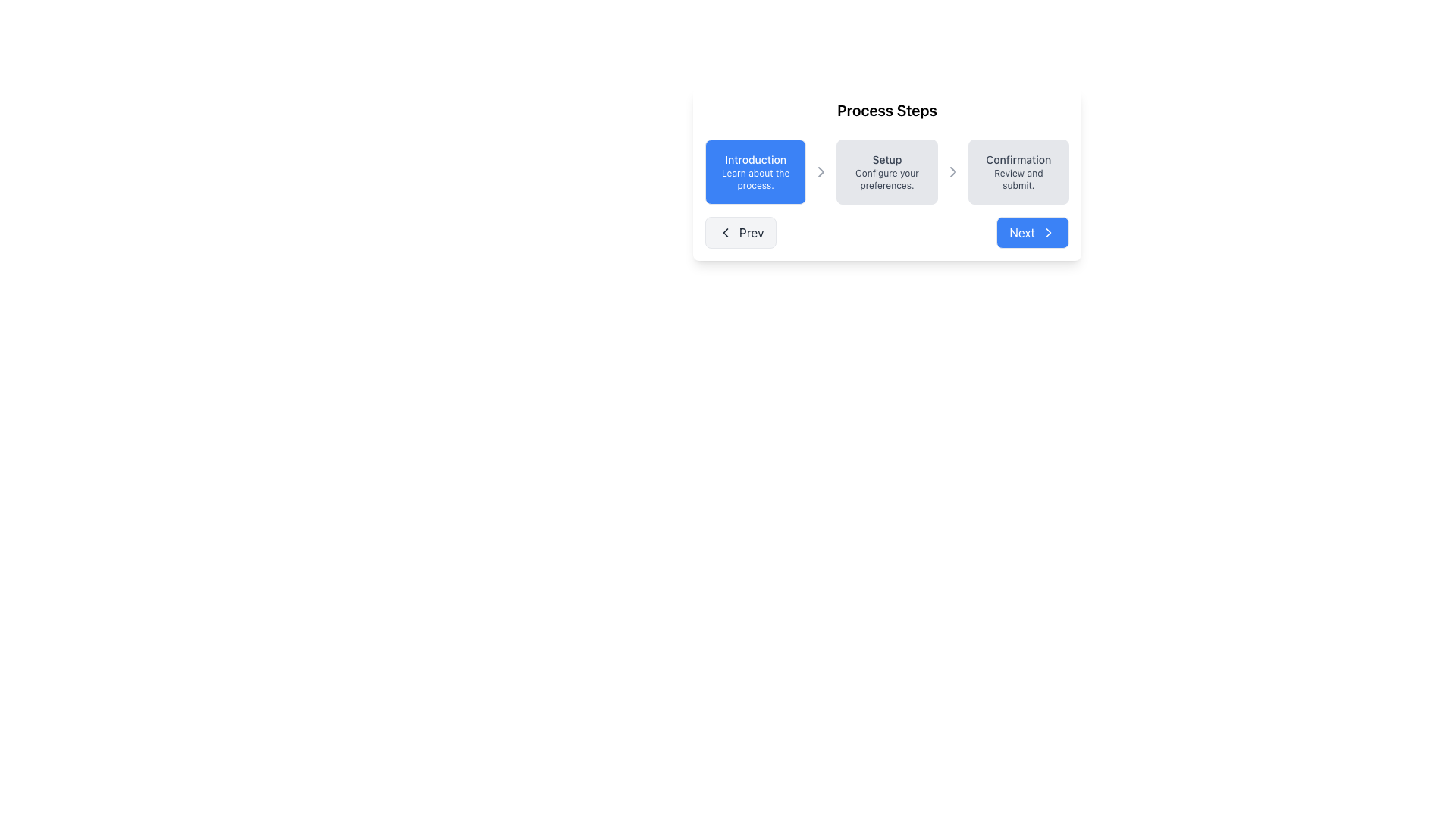 The height and width of the screenshot is (819, 1456). What do you see at coordinates (1047, 233) in the screenshot?
I see `the forward progression icon located within the 'Next' button in the lower-right corner of the 'Process Steps' dialog` at bounding box center [1047, 233].